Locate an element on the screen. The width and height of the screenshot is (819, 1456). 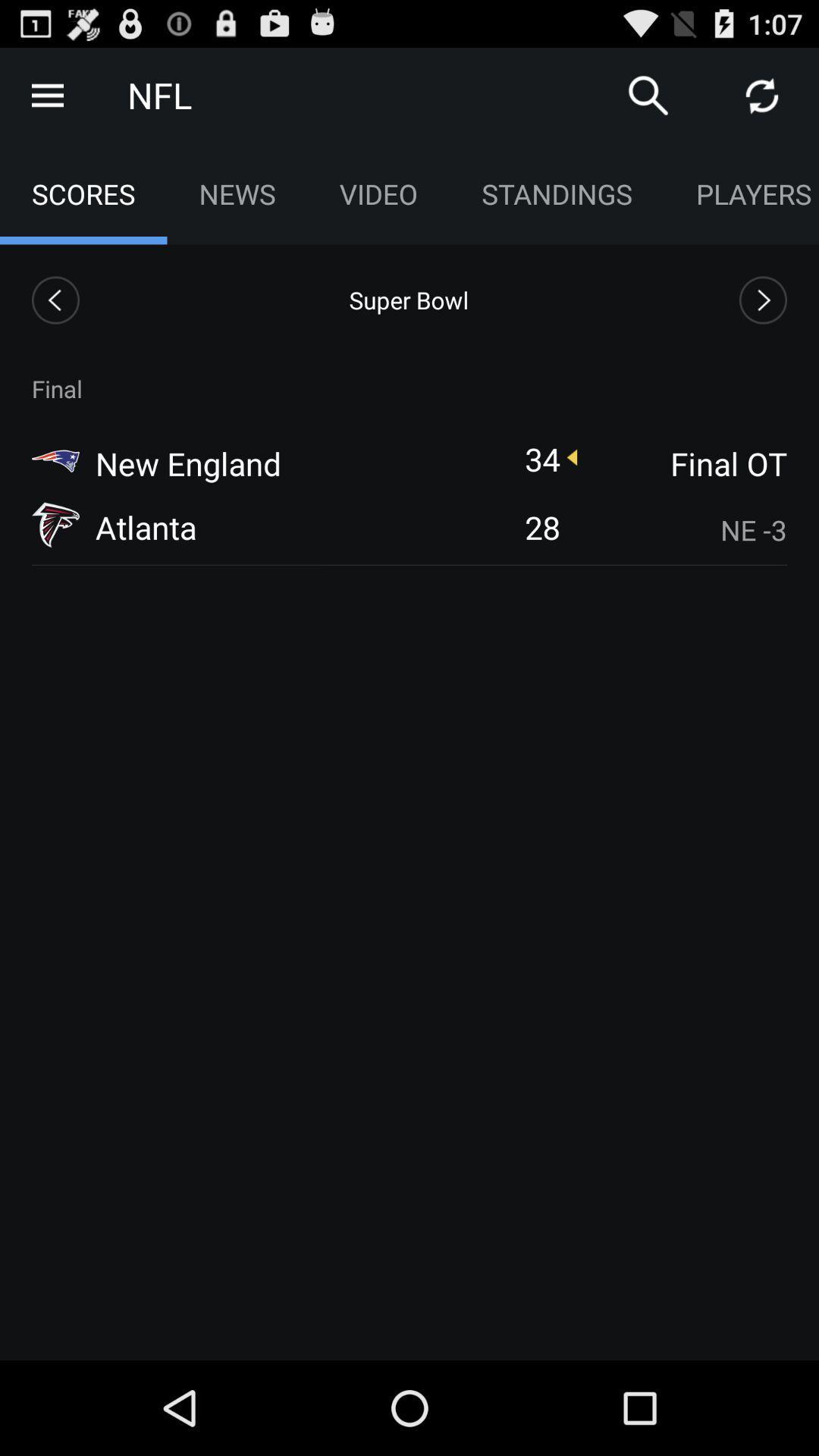
the final ot icon is located at coordinates (683, 463).